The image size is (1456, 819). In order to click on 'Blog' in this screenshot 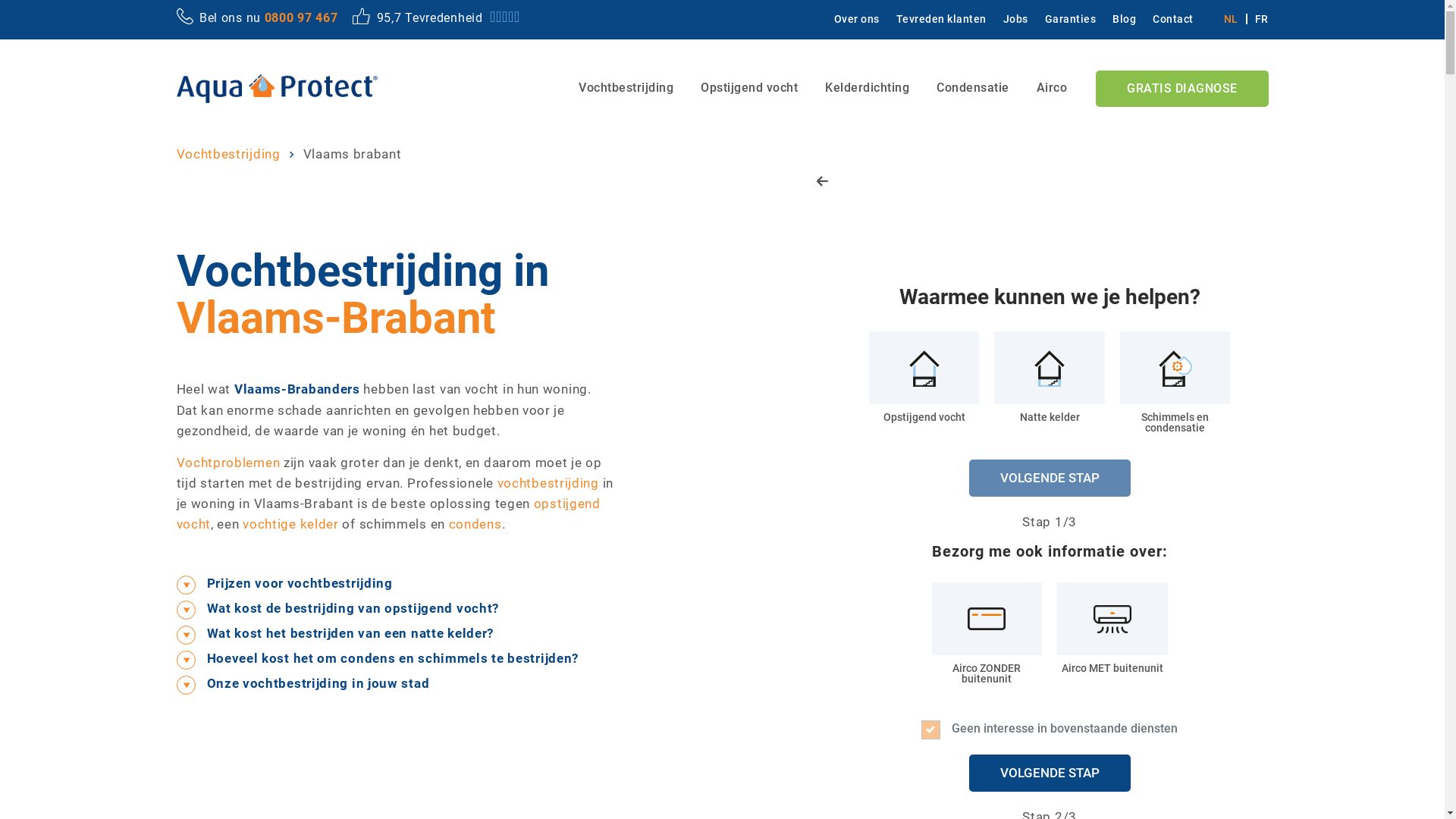, I will do `click(1119, 18)`.